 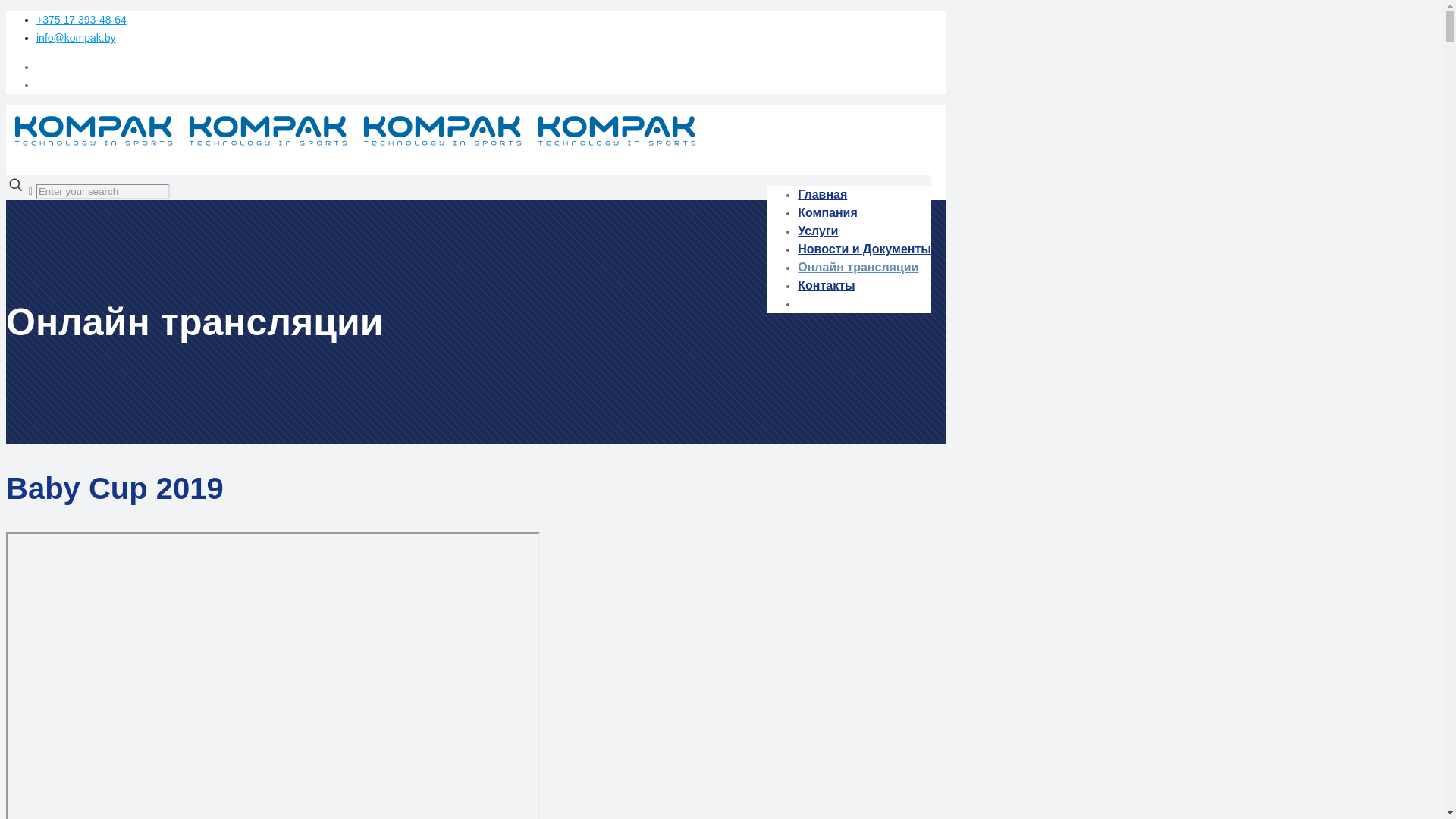 What do you see at coordinates (80, 20) in the screenshot?
I see `'+375 17 393-48-64'` at bounding box center [80, 20].